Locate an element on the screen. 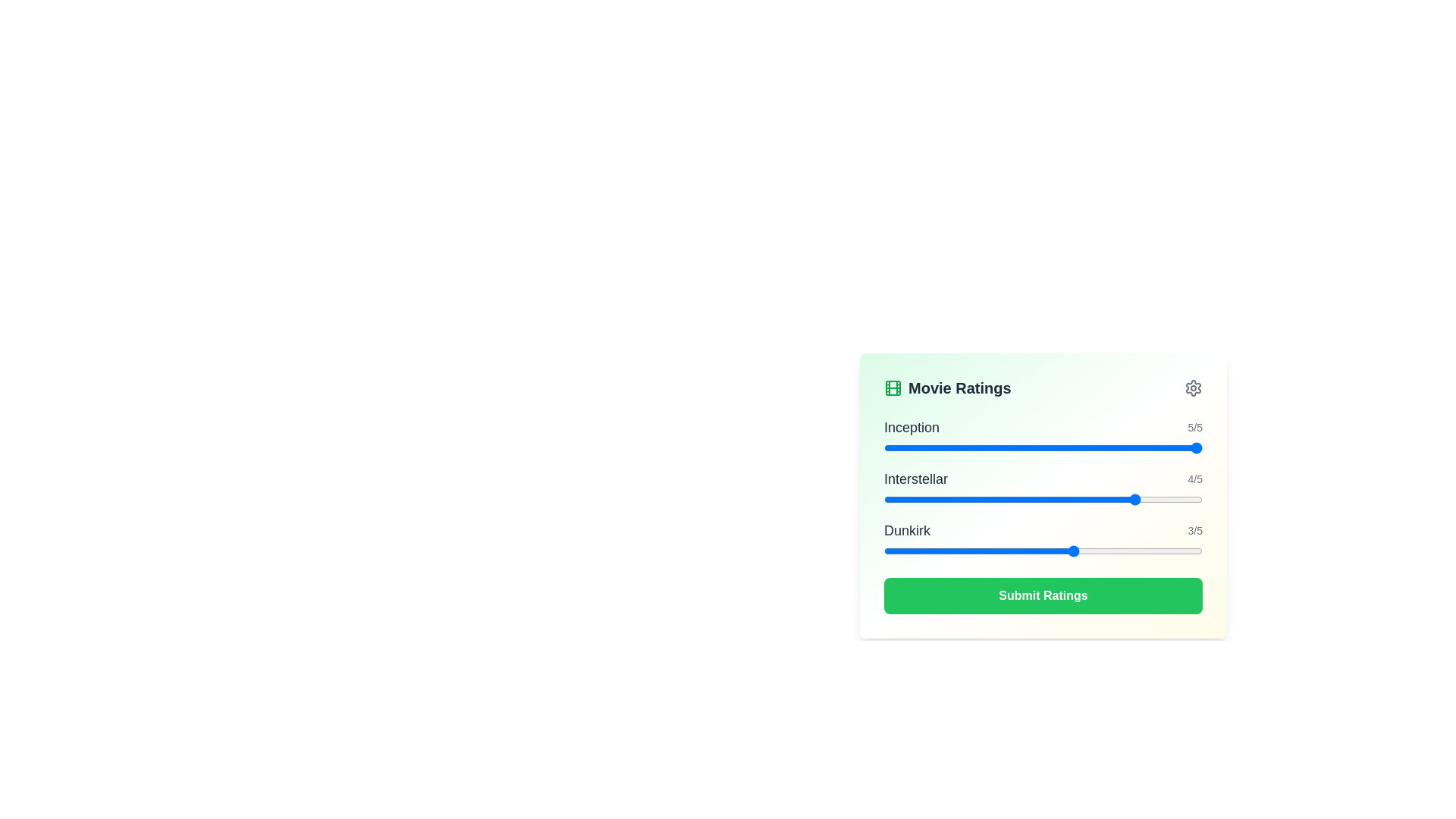 This screenshot has width=1456, height=819. the rating for Dunkirk is located at coordinates (884, 551).